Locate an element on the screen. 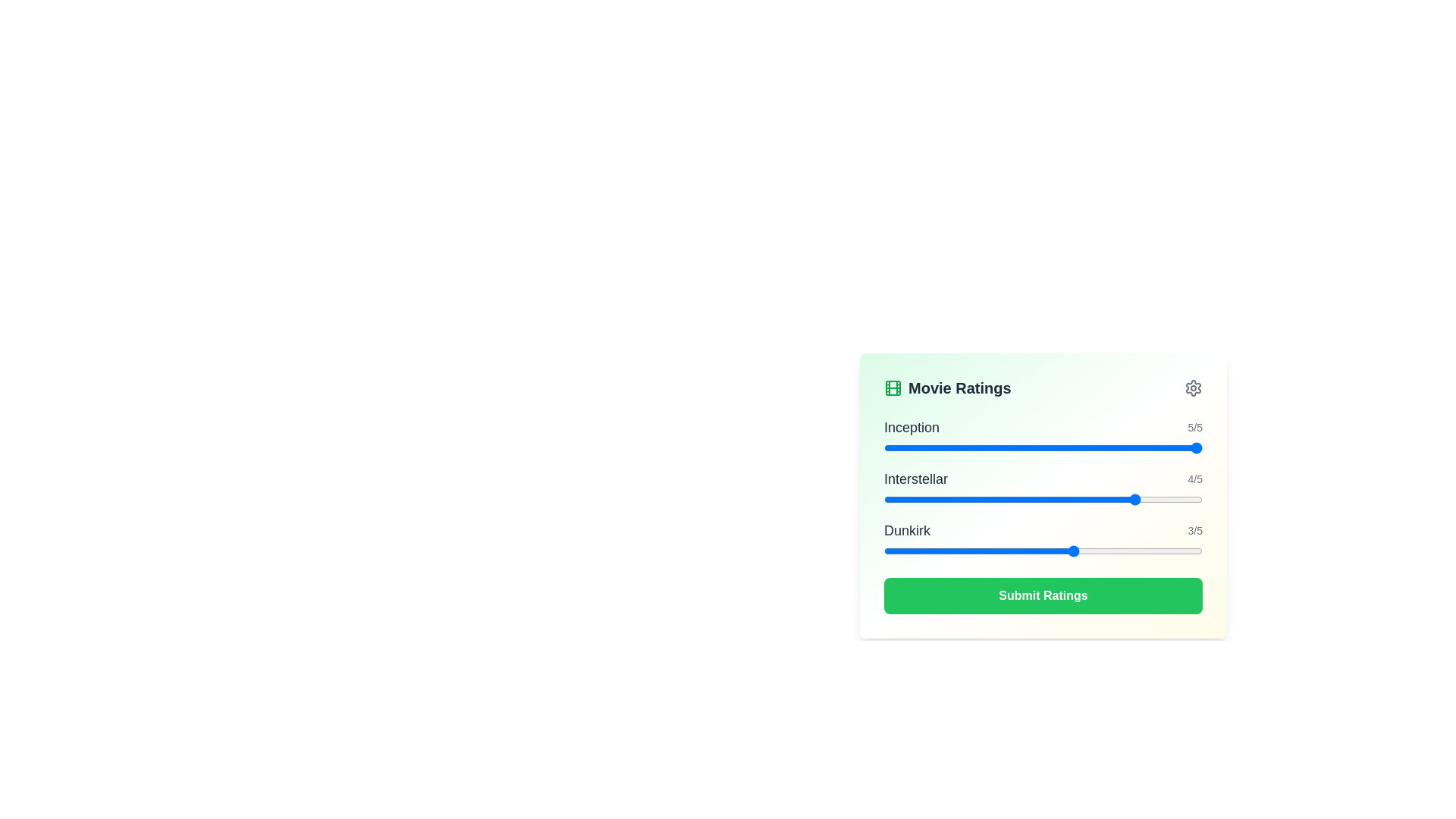 This screenshot has width=1456, height=819. the rating for Dunkirk is located at coordinates (884, 551).